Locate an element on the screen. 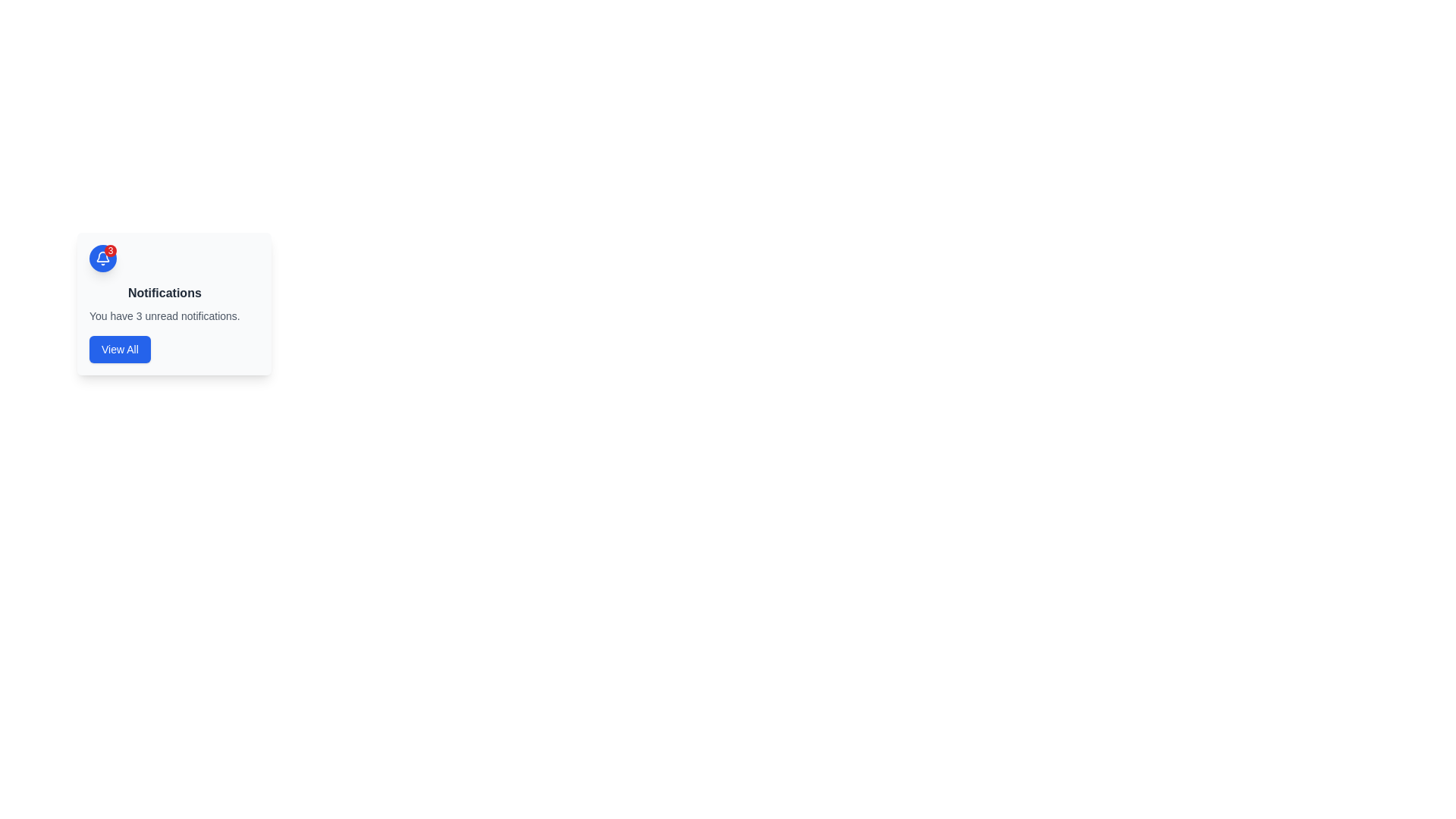 Image resolution: width=1456 pixels, height=819 pixels. the 'View All' button is located at coordinates (119, 350).